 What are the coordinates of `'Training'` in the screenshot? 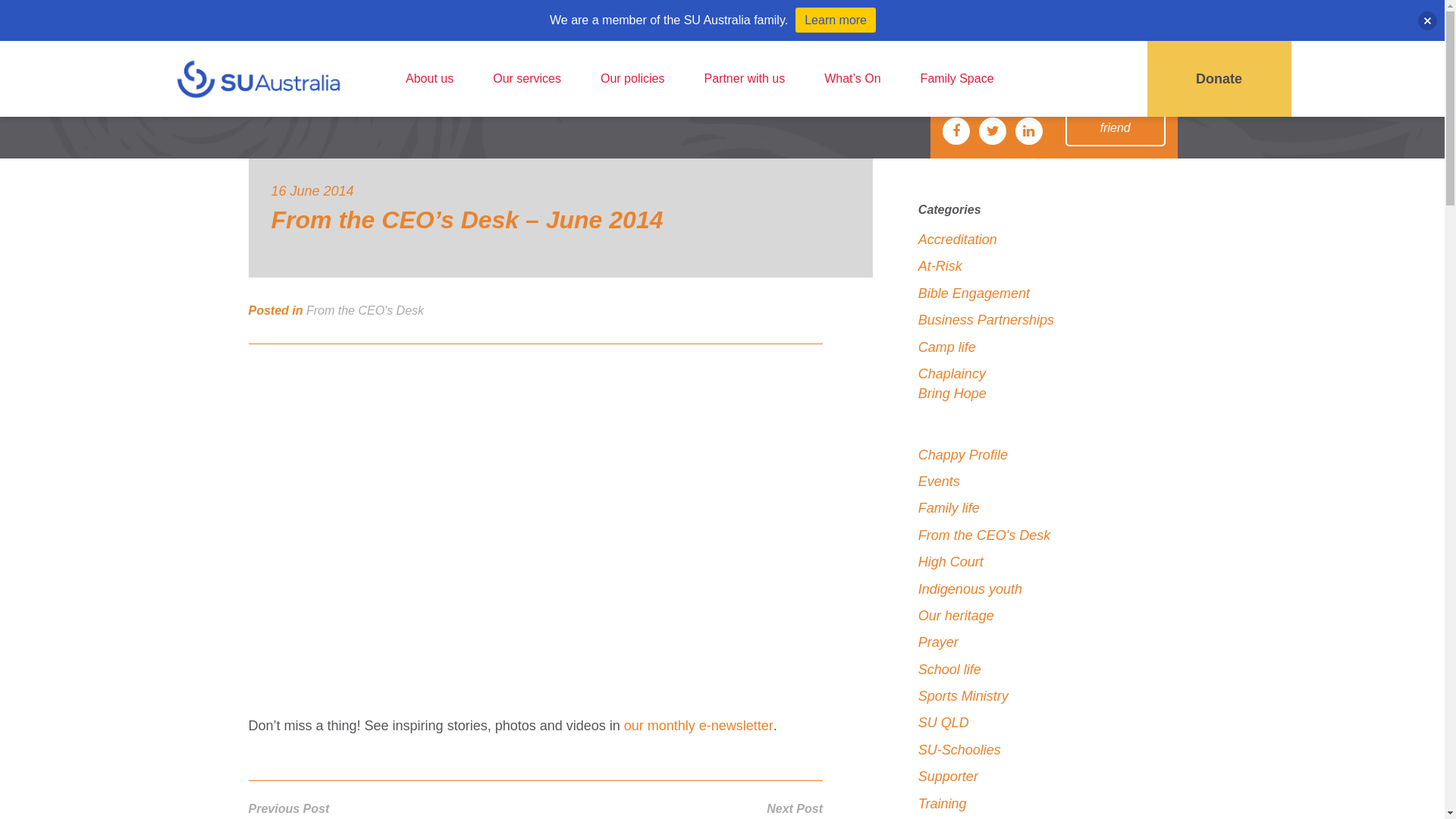 It's located at (942, 802).